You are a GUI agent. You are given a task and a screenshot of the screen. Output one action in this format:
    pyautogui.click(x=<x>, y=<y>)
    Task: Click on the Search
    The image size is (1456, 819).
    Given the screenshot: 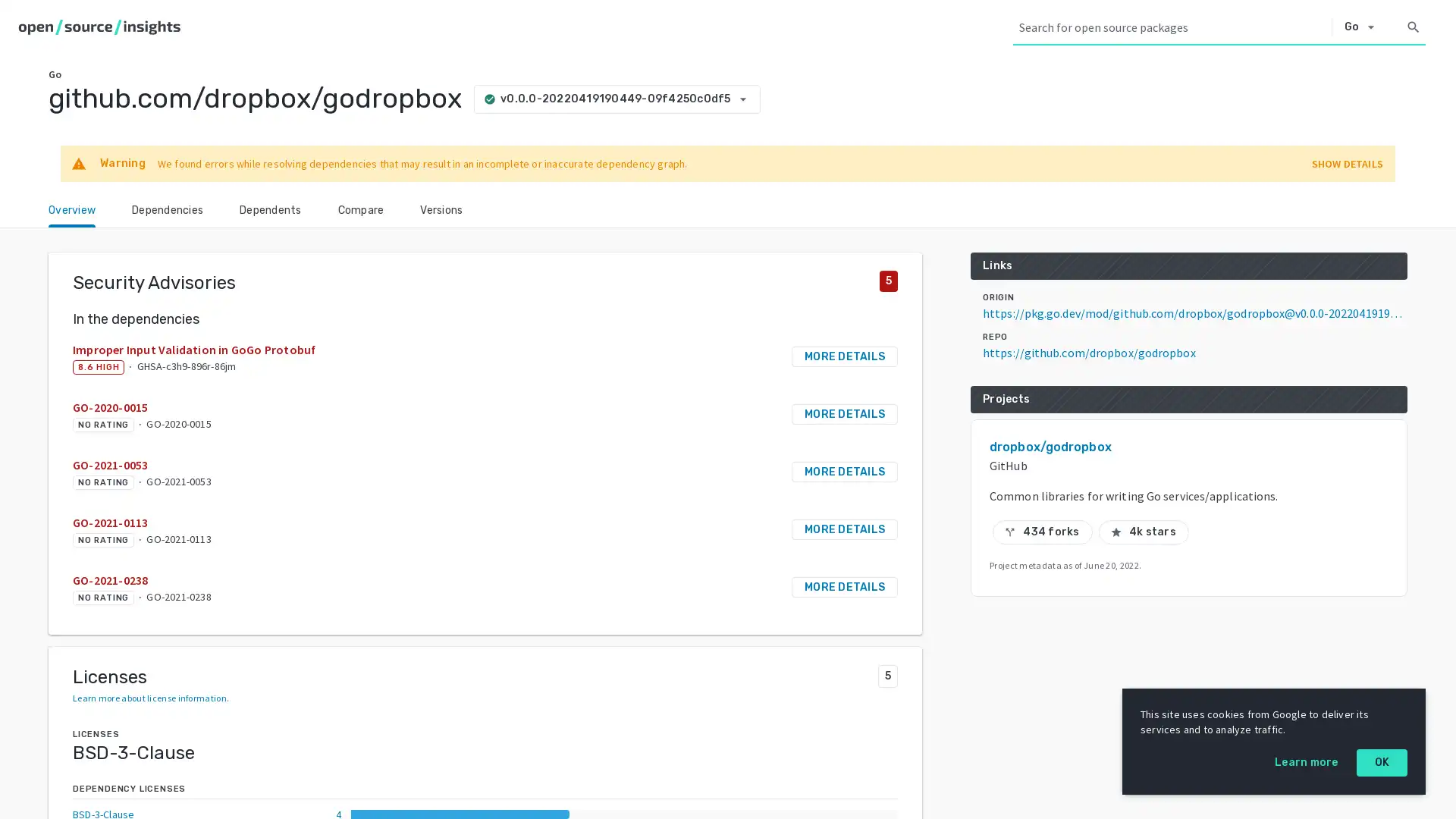 What is the action you would take?
    pyautogui.click(x=1412, y=27)
    